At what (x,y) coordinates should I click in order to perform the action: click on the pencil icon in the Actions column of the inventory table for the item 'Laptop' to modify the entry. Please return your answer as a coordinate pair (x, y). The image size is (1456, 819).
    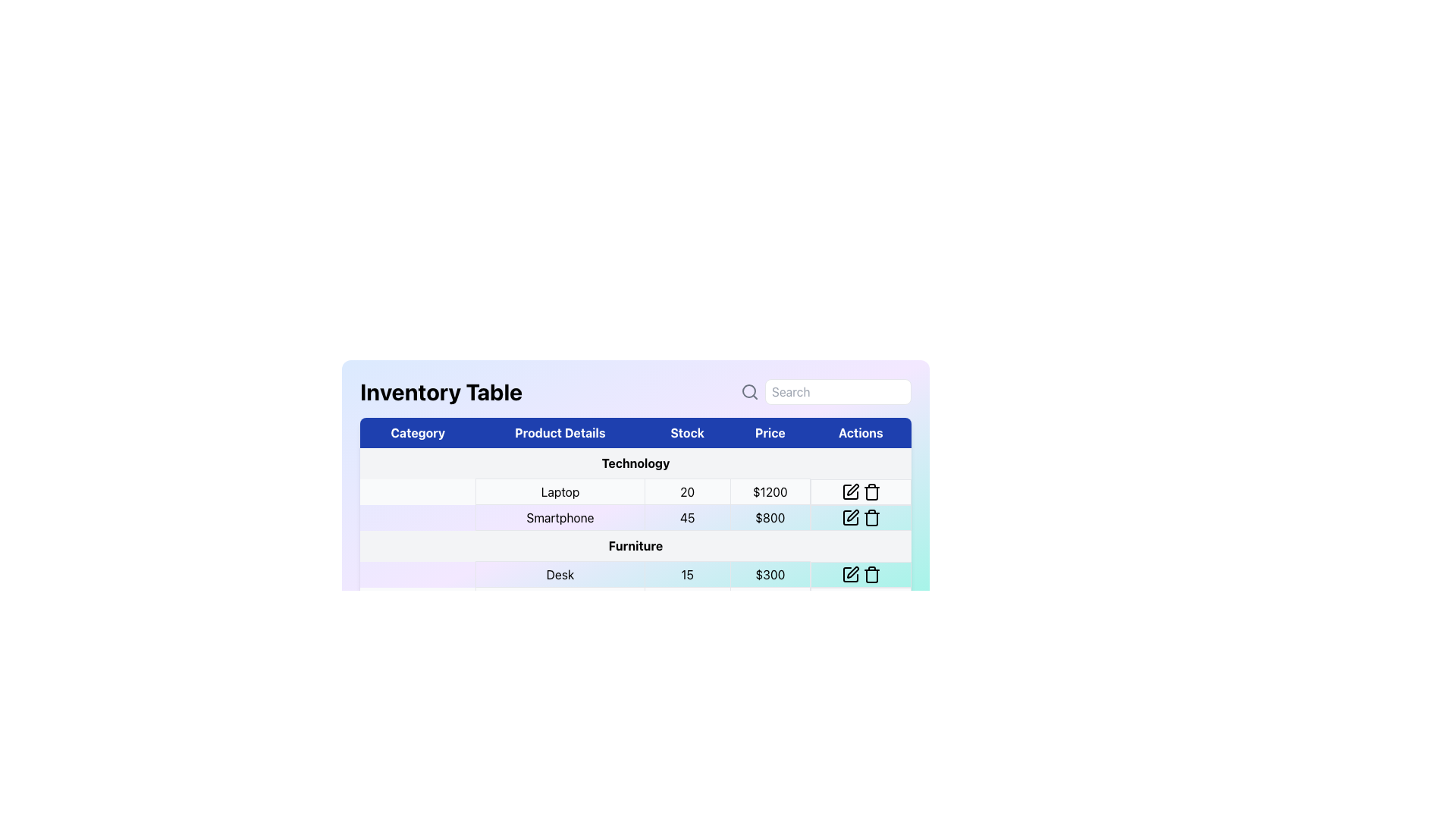
    Looking at the image, I should click on (861, 491).